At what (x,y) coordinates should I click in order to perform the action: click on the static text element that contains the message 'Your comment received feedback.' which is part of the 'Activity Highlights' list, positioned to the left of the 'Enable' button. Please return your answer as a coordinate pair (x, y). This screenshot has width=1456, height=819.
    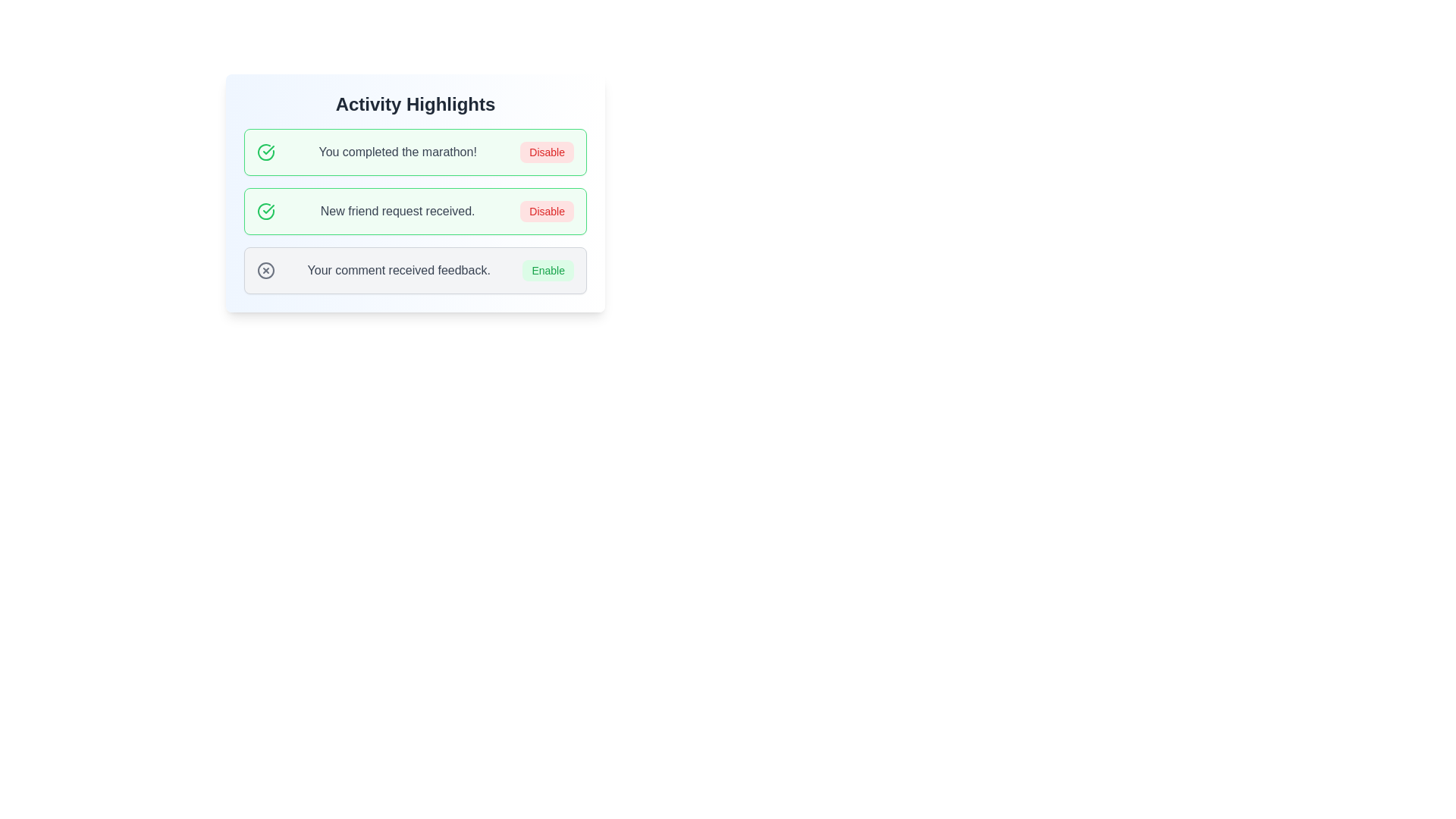
    Looking at the image, I should click on (399, 270).